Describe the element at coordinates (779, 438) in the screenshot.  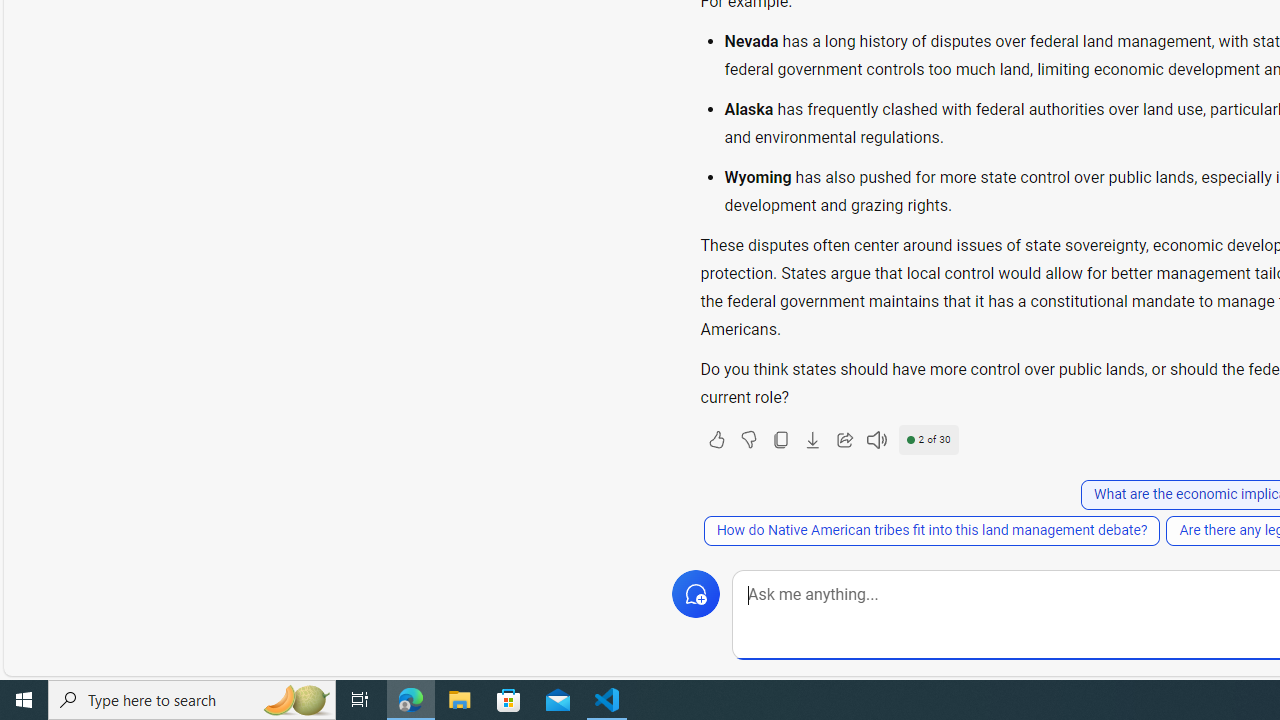
I see `'Copy'` at that location.